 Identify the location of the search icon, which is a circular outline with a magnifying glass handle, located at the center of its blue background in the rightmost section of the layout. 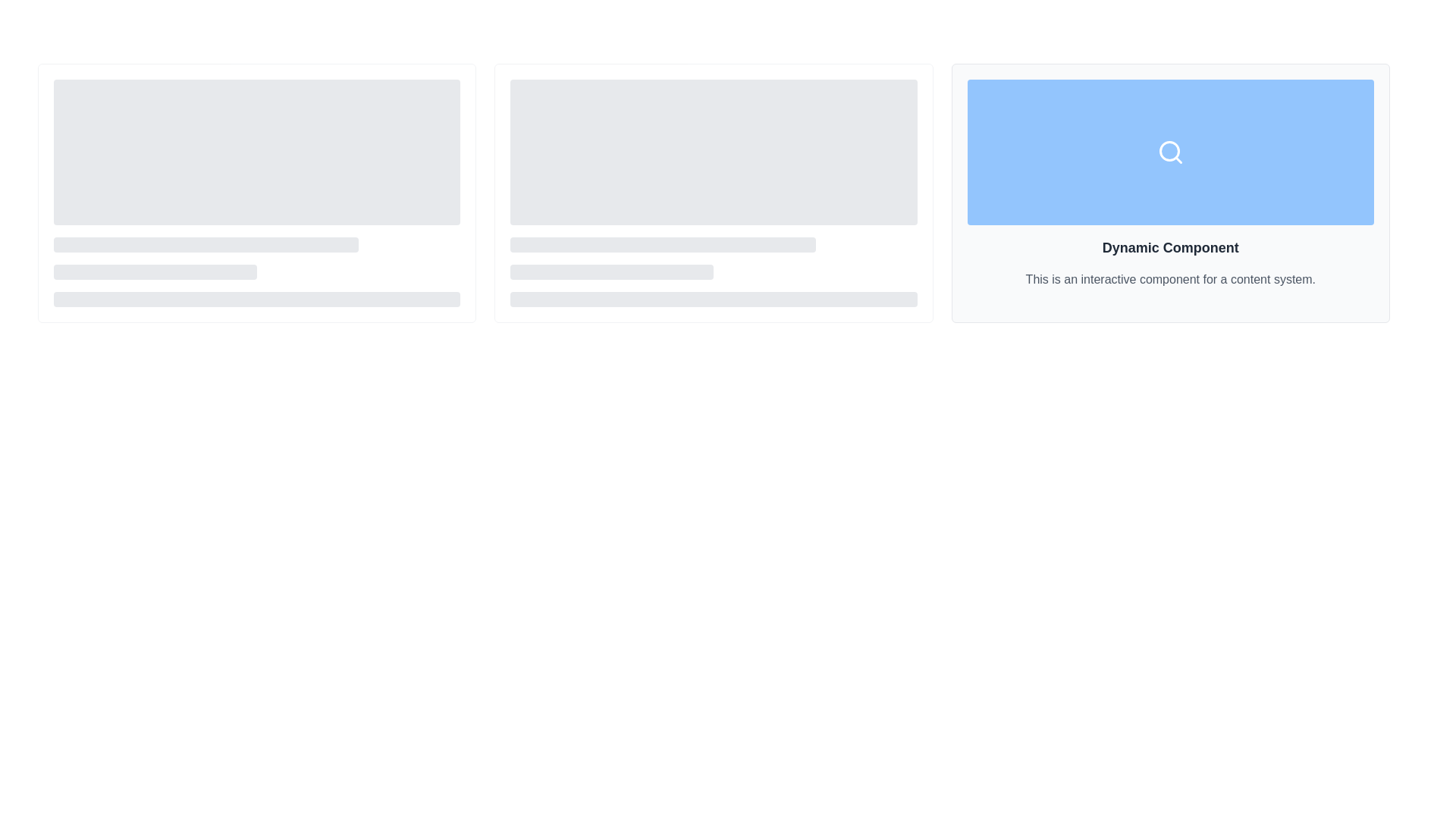
(1169, 152).